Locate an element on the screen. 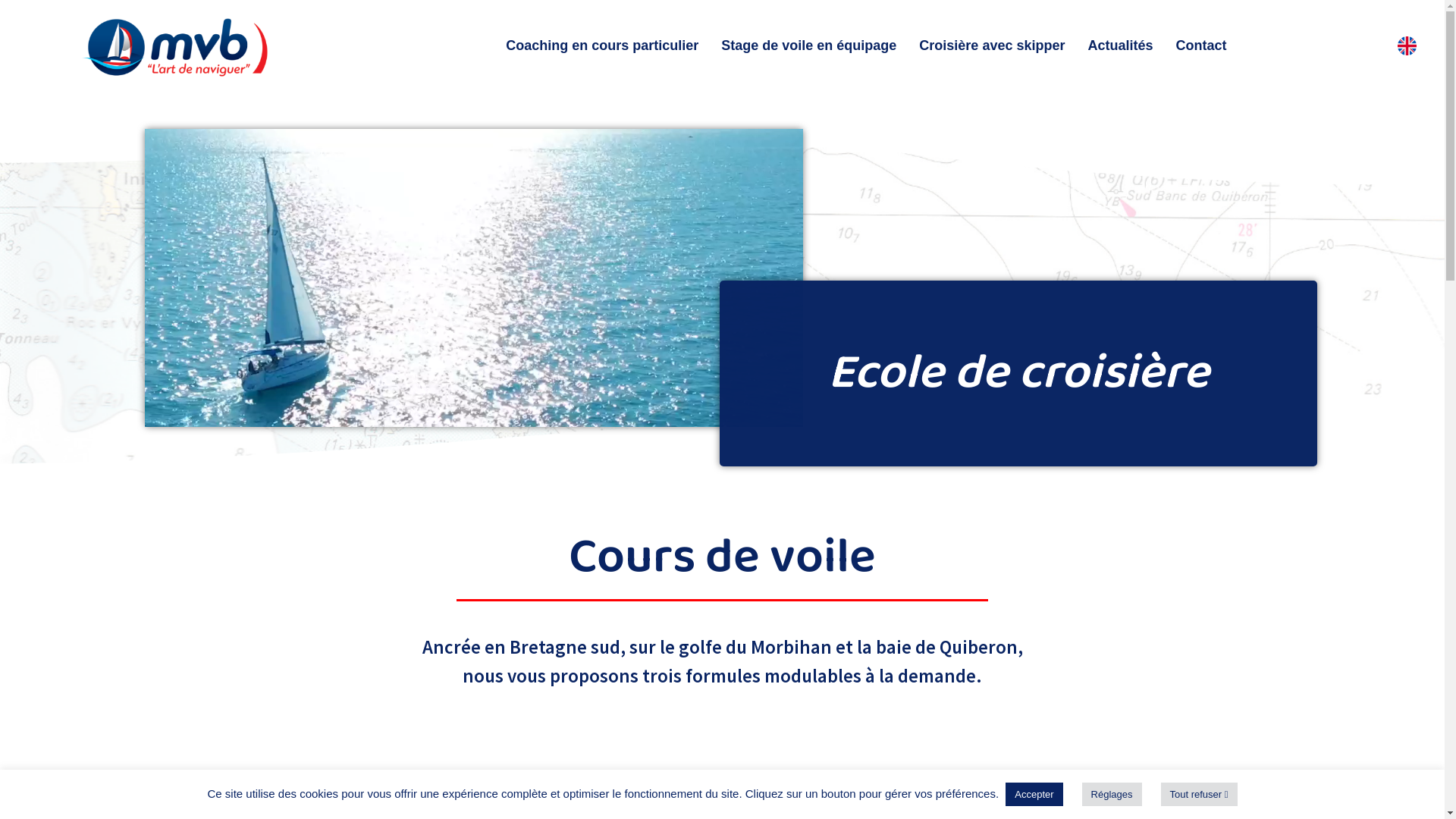  'Coaching en cours particulier' is located at coordinates (601, 45).